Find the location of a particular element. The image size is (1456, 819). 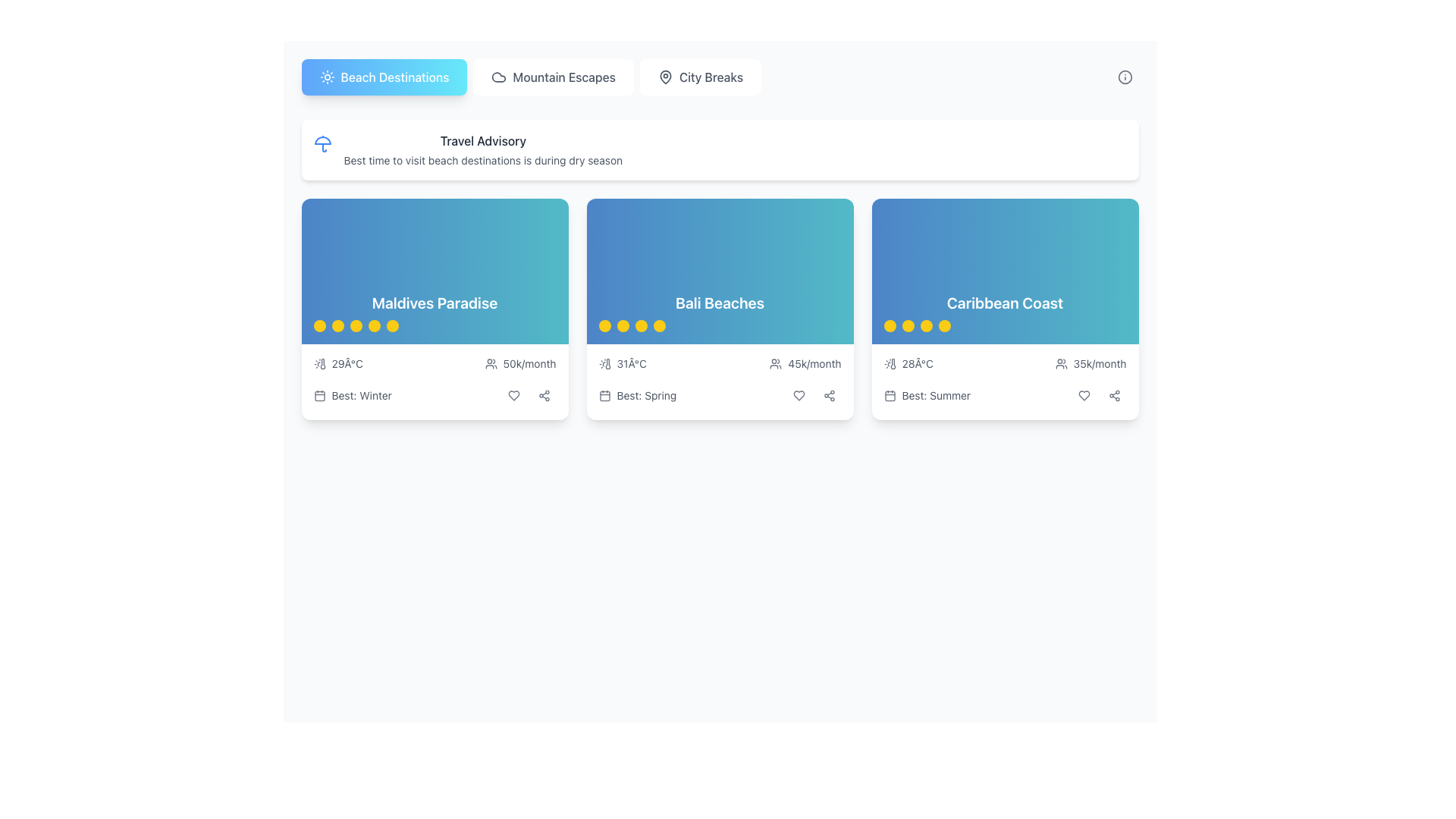

the circular share button located in the bottom-right corner of the third card, directly below the heart-shaped icon, to share is located at coordinates (828, 394).